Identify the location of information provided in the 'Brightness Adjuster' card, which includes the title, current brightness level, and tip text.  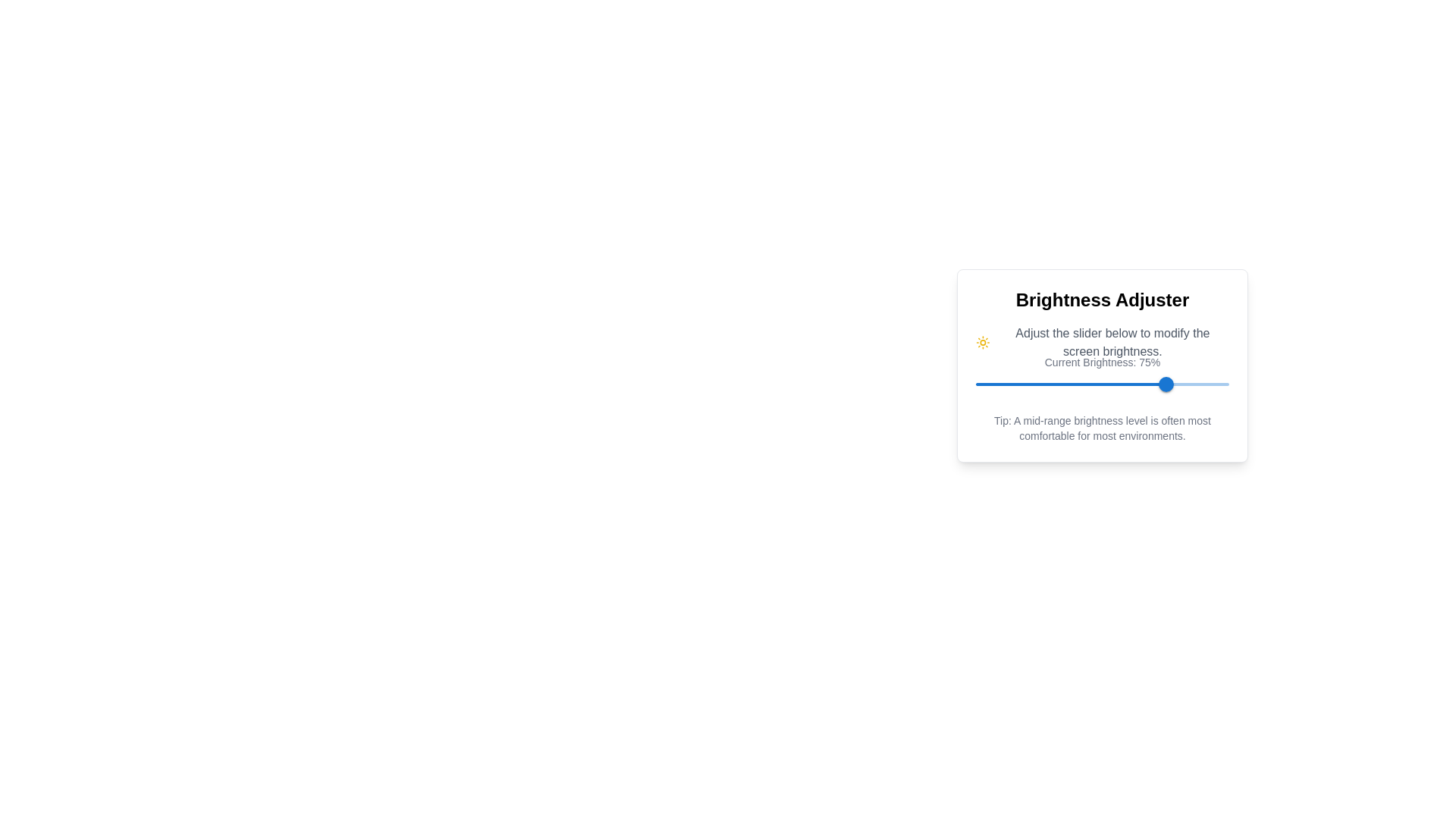
(1103, 366).